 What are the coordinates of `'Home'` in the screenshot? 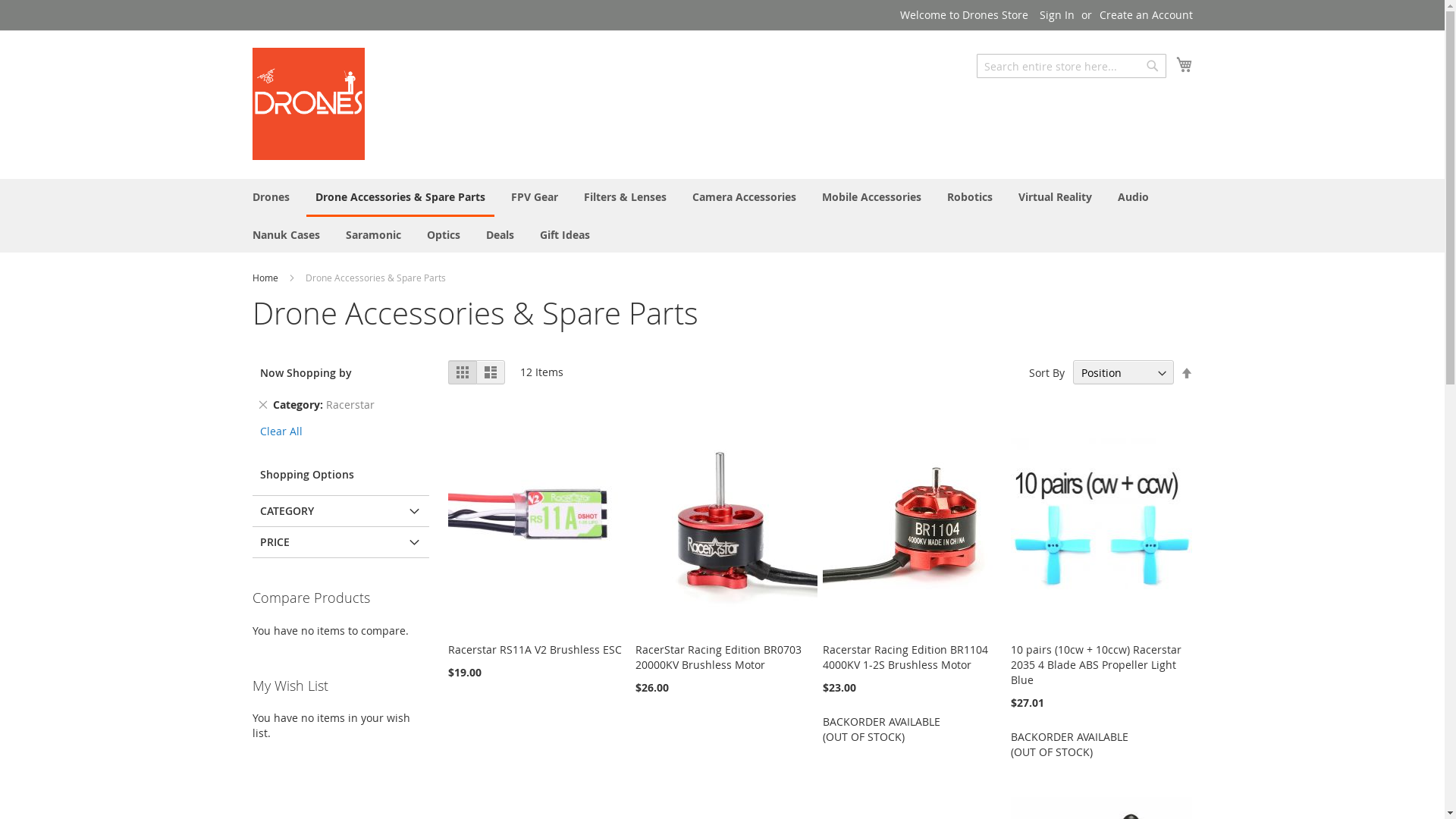 It's located at (265, 278).